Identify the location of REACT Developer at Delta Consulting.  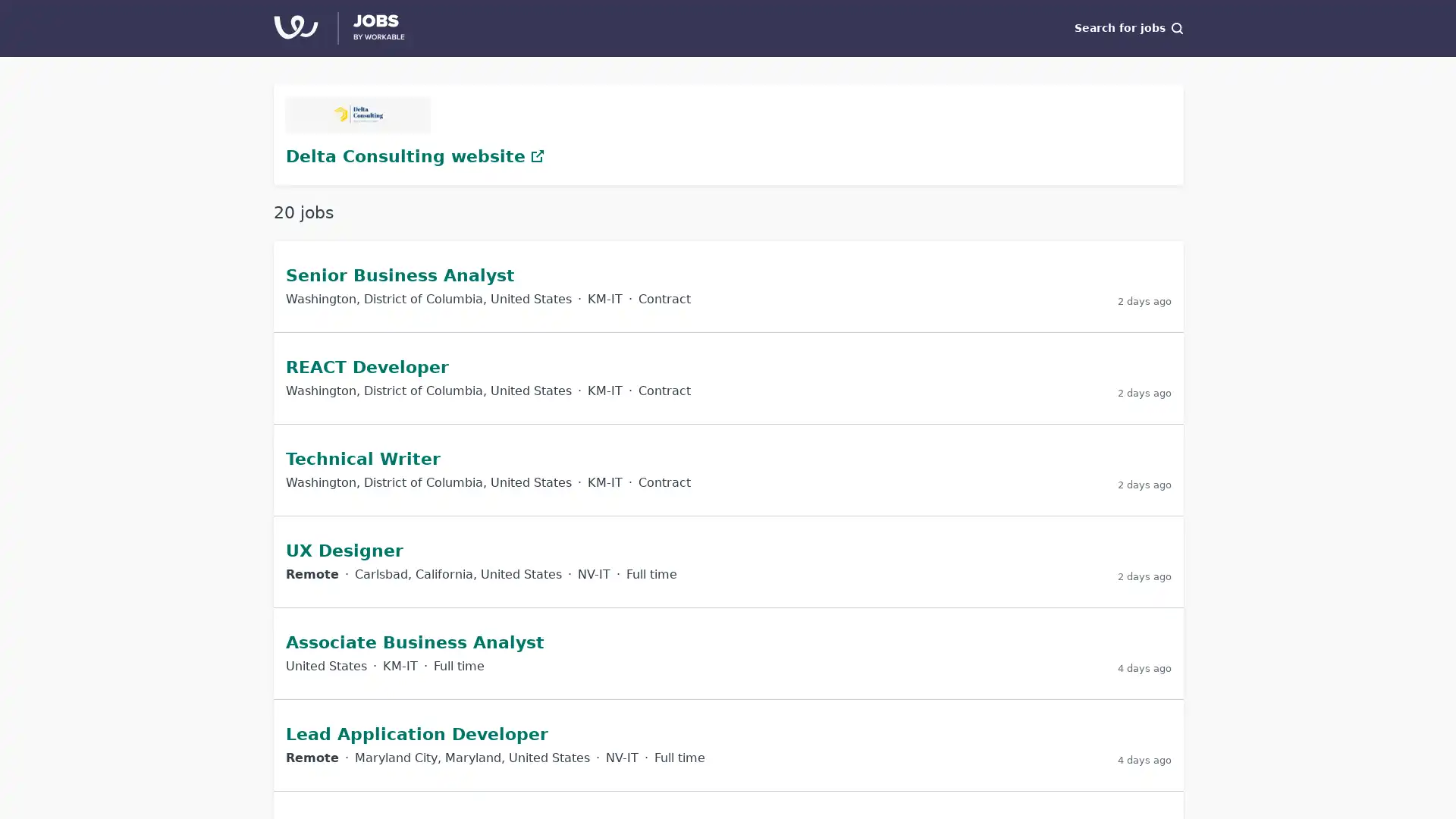
(728, 376).